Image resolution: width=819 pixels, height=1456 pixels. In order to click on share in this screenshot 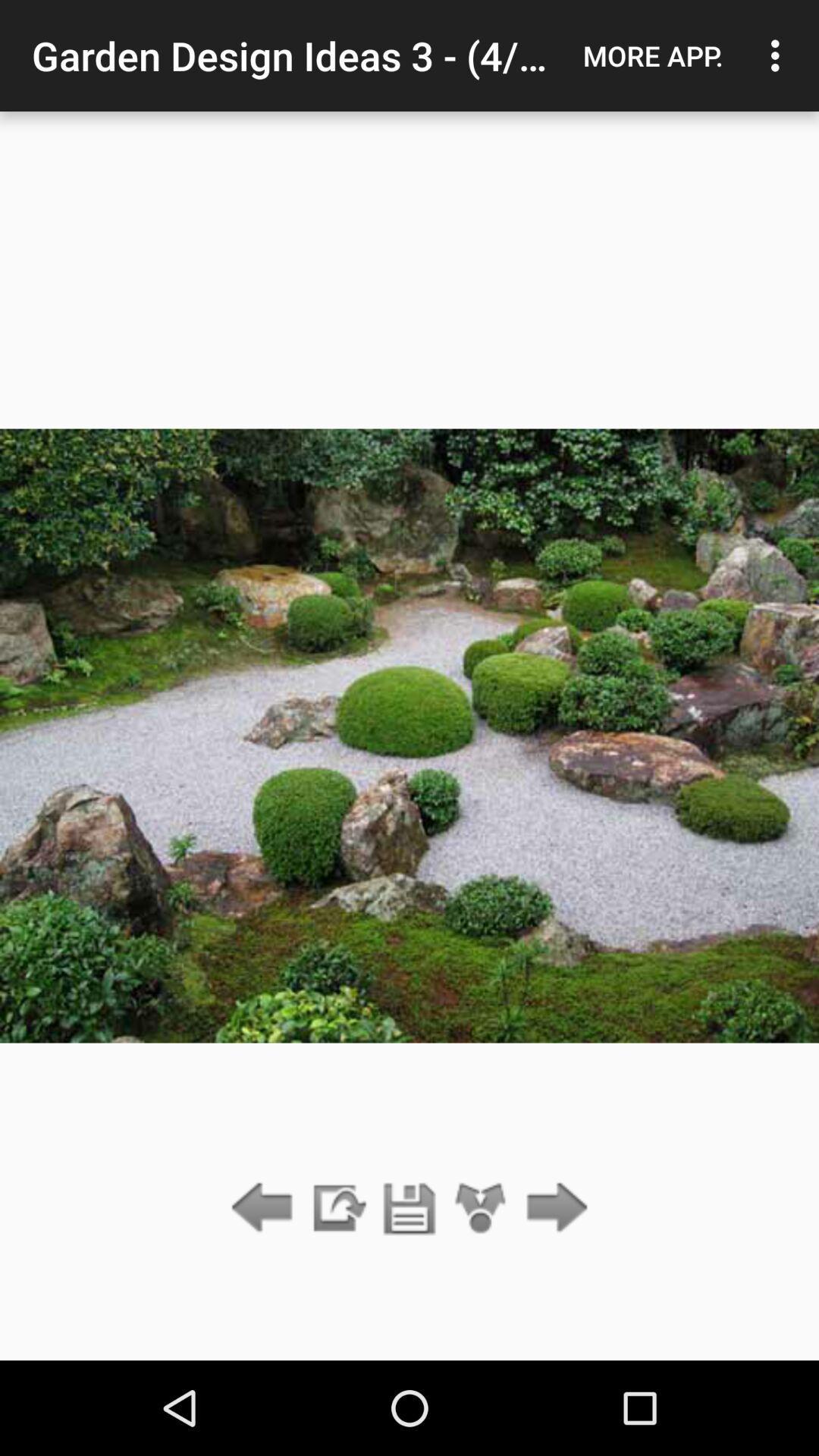, I will do `click(481, 1208)`.